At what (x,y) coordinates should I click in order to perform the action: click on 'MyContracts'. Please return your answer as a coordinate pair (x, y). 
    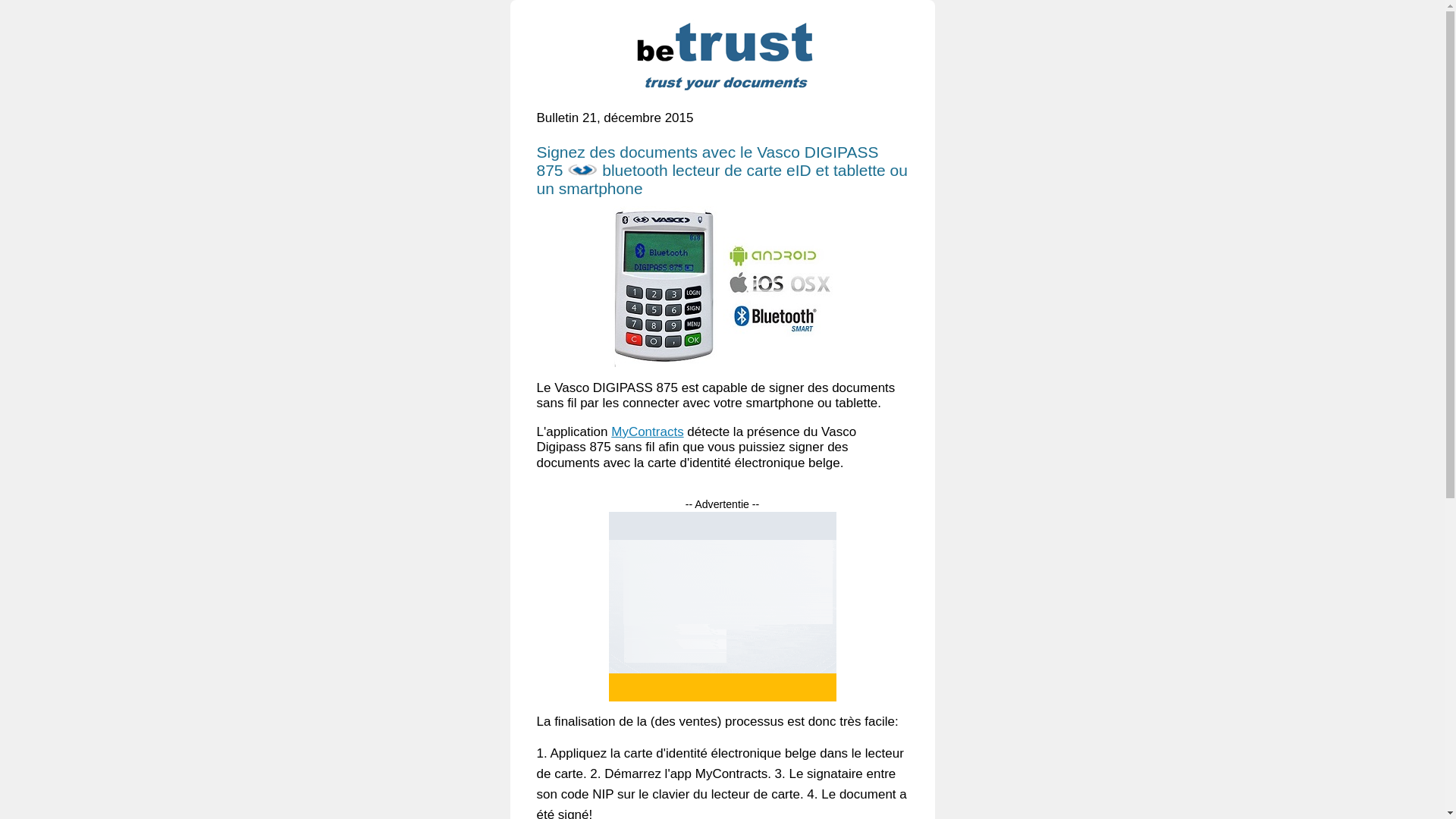
    Looking at the image, I should click on (647, 431).